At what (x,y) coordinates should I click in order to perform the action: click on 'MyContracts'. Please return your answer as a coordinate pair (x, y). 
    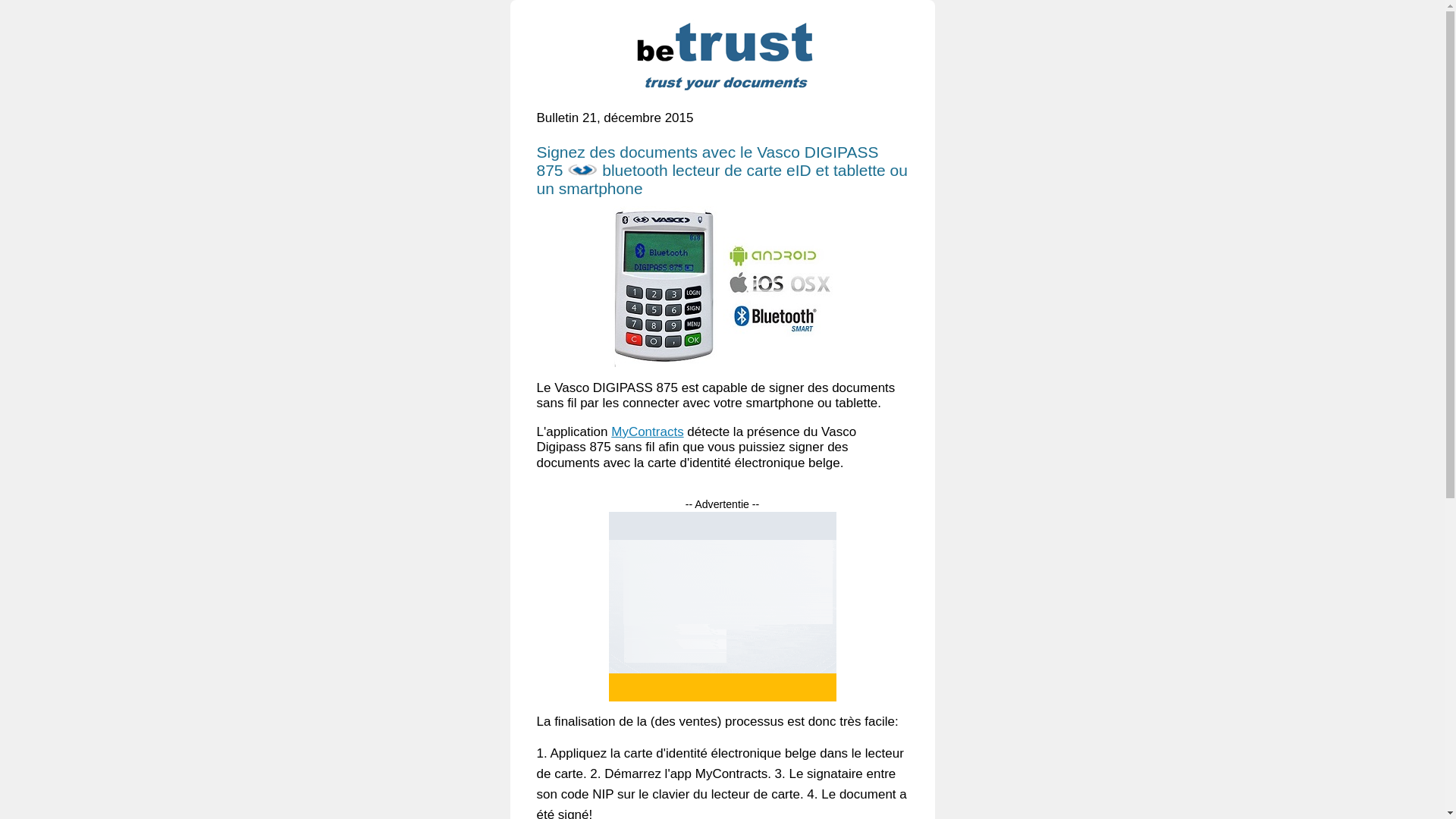
    Looking at the image, I should click on (647, 431).